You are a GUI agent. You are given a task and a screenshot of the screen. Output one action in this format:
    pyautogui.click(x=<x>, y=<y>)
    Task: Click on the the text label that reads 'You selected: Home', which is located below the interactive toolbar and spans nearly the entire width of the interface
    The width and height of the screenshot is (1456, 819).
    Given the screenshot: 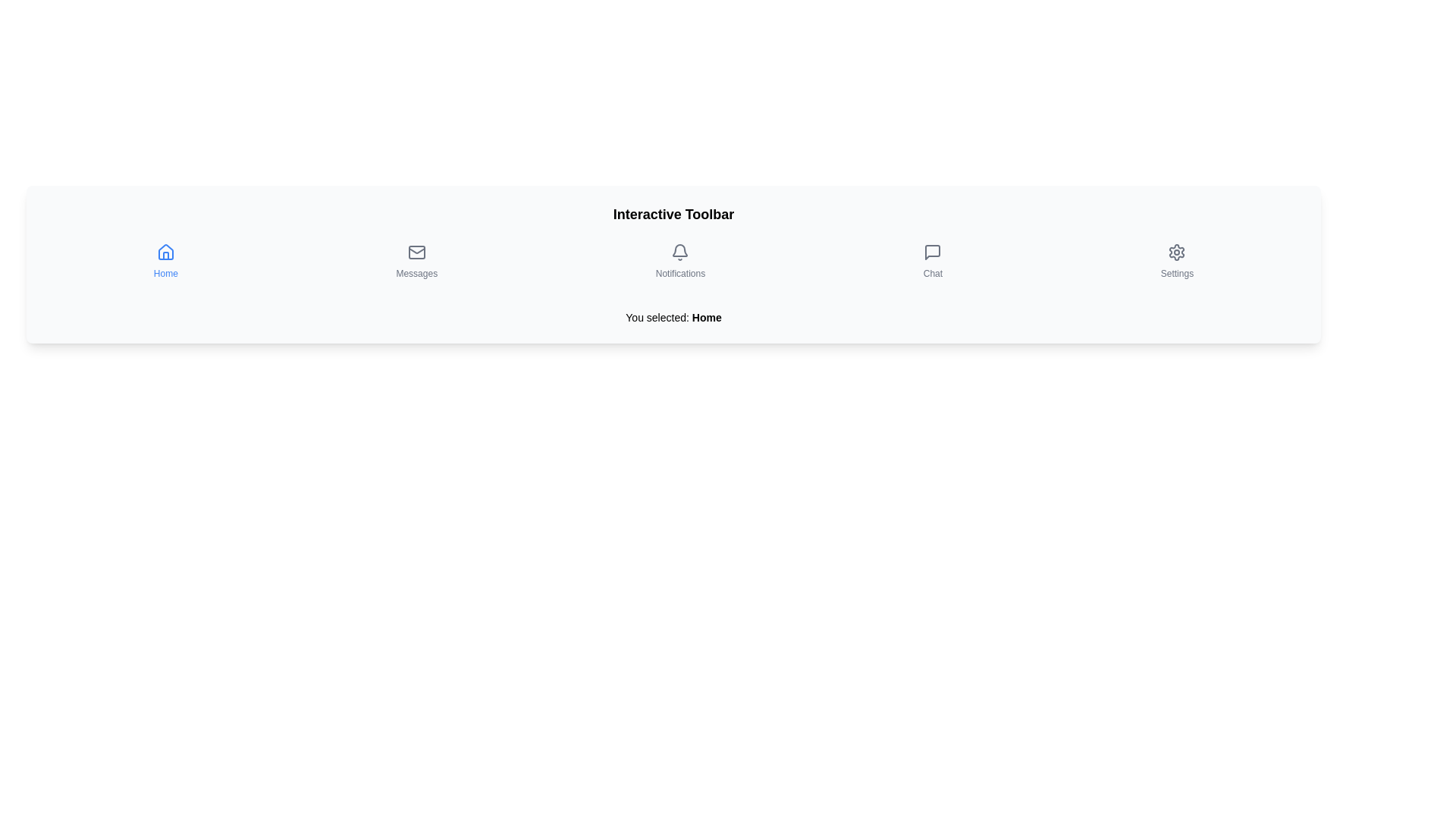 What is the action you would take?
    pyautogui.click(x=673, y=317)
    